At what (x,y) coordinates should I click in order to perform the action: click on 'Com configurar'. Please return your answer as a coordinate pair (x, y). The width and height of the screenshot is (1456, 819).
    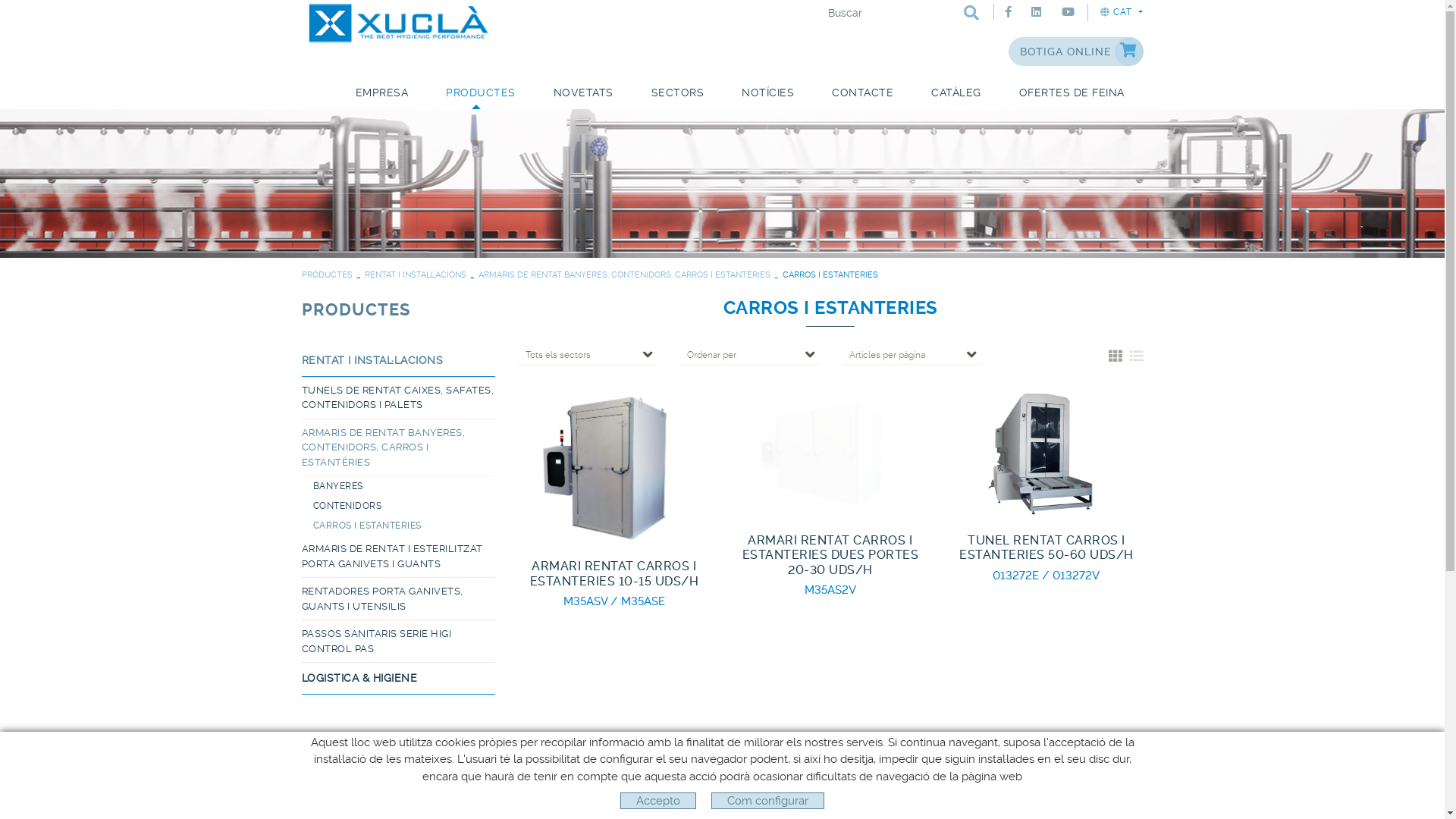
    Looking at the image, I should click on (767, 800).